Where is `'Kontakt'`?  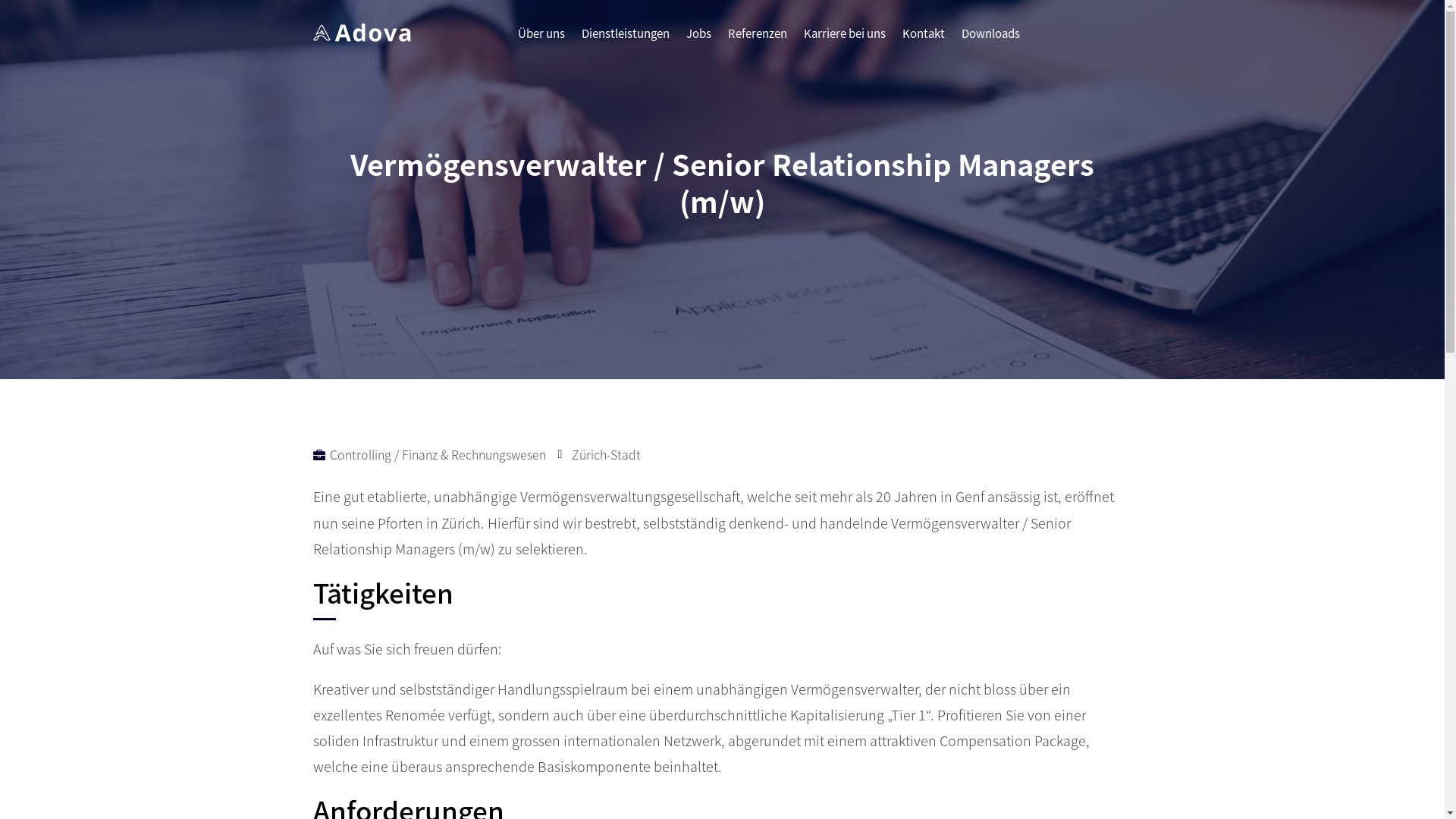 'Kontakt' is located at coordinates (923, 38).